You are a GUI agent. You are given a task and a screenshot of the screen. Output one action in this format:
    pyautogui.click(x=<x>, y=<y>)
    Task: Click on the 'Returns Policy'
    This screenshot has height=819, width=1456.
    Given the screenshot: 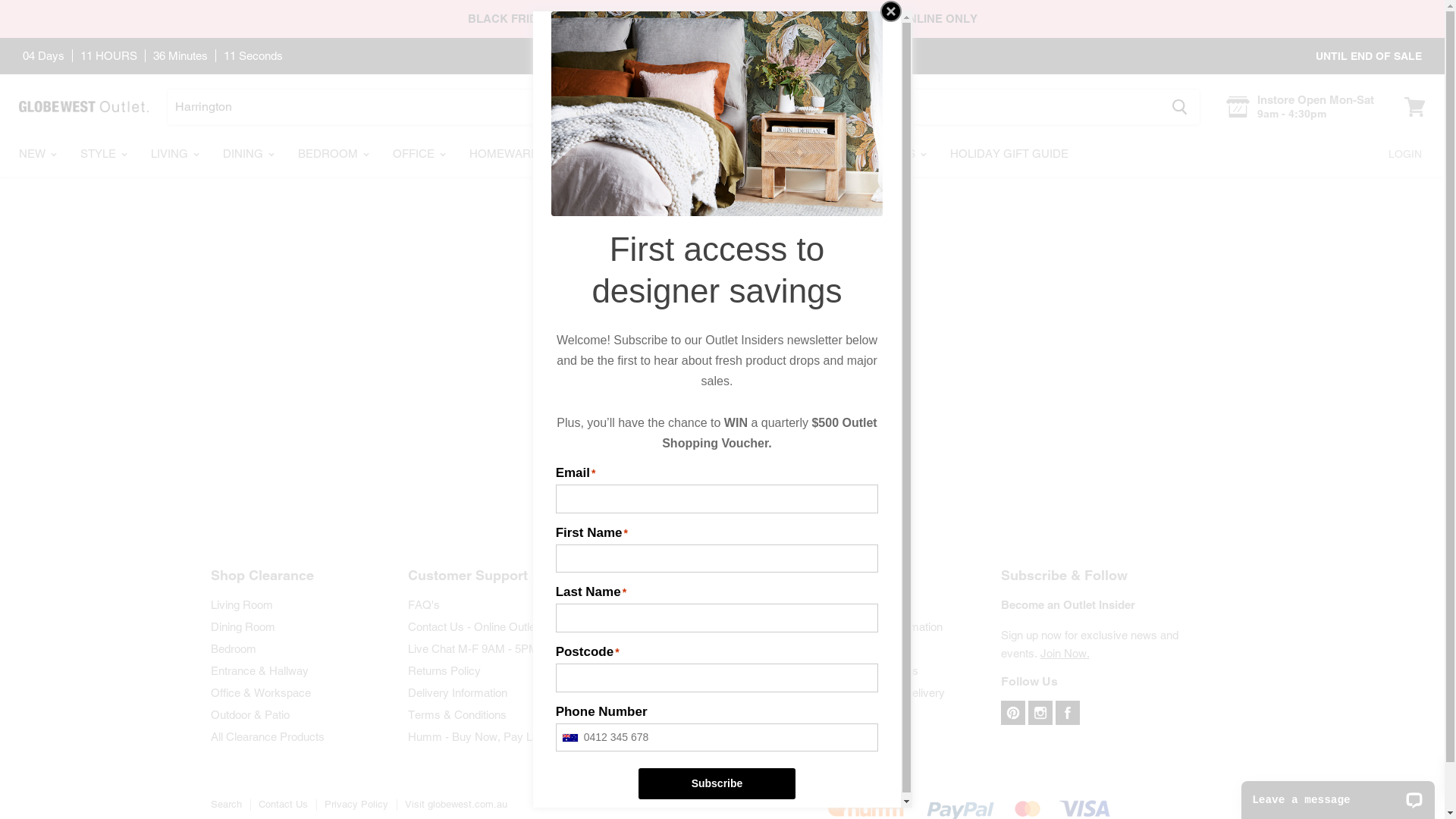 What is the action you would take?
    pyautogui.click(x=443, y=670)
    